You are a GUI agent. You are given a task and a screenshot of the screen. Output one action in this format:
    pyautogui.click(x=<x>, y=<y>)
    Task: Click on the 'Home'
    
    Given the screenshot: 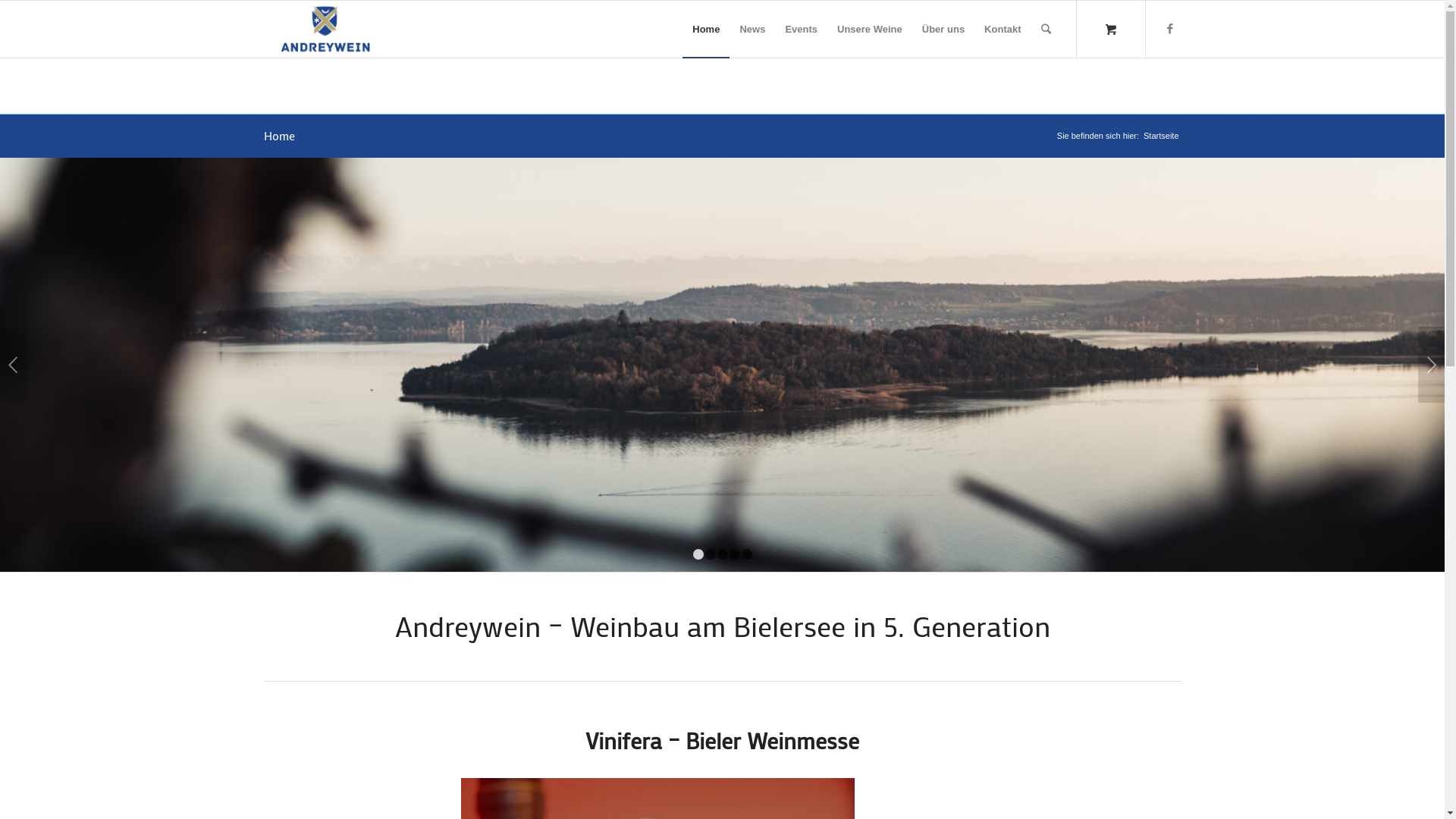 What is the action you would take?
    pyautogui.click(x=705, y=29)
    